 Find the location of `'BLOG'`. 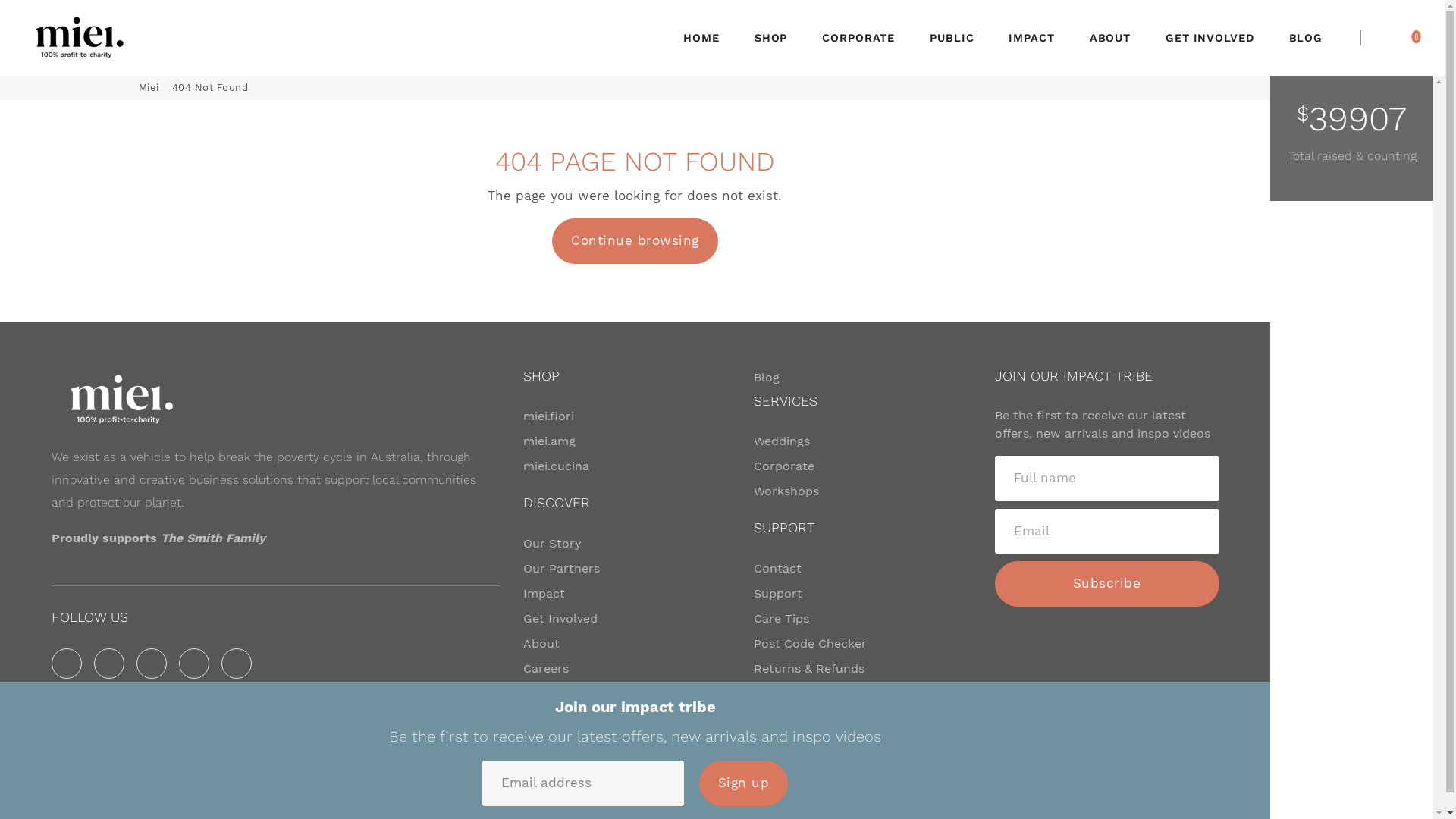

'BLOG' is located at coordinates (1305, 37).